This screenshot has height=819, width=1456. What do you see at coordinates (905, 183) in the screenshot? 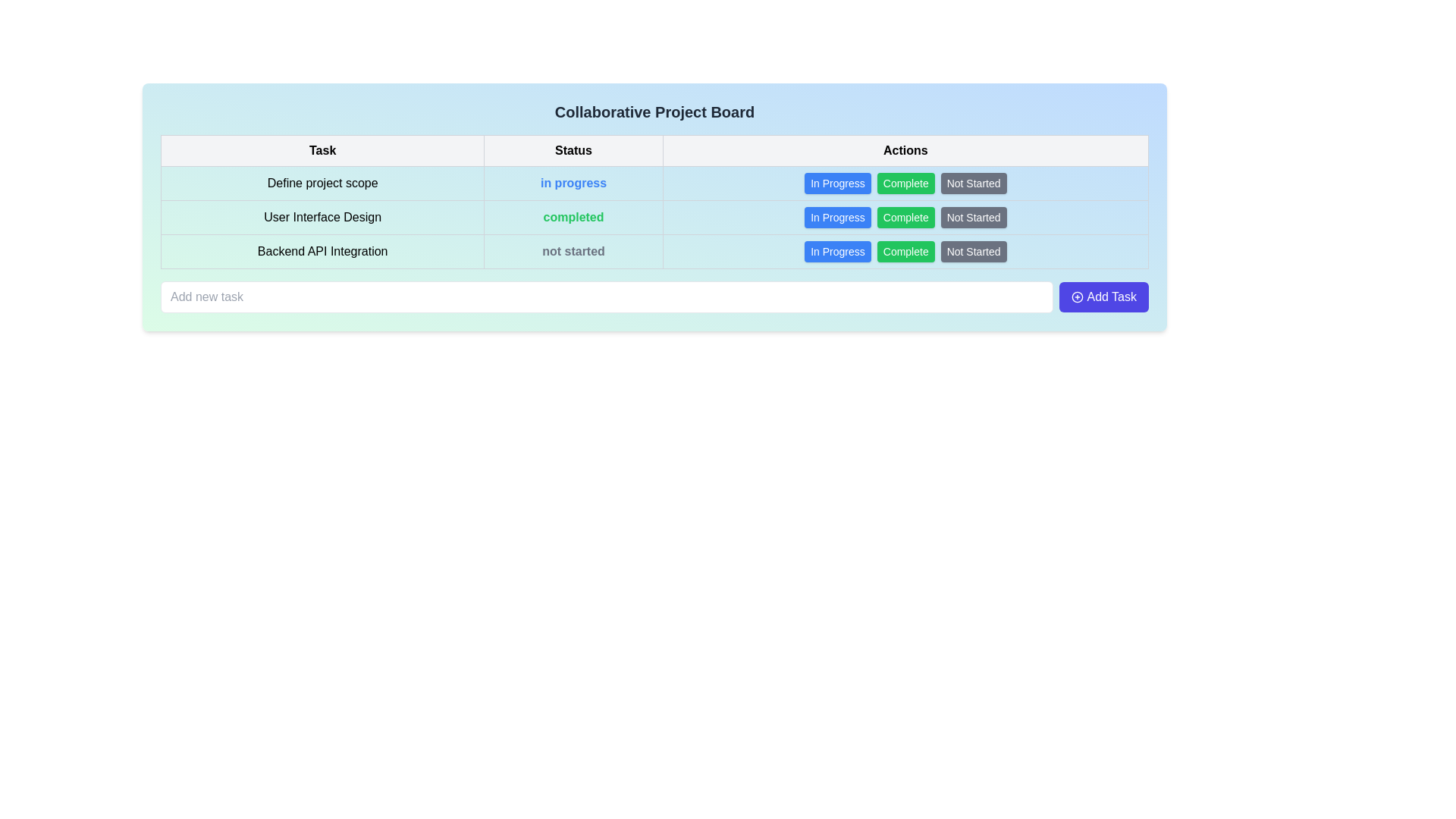
I see `the status update button` at bounding box center [905, 183].